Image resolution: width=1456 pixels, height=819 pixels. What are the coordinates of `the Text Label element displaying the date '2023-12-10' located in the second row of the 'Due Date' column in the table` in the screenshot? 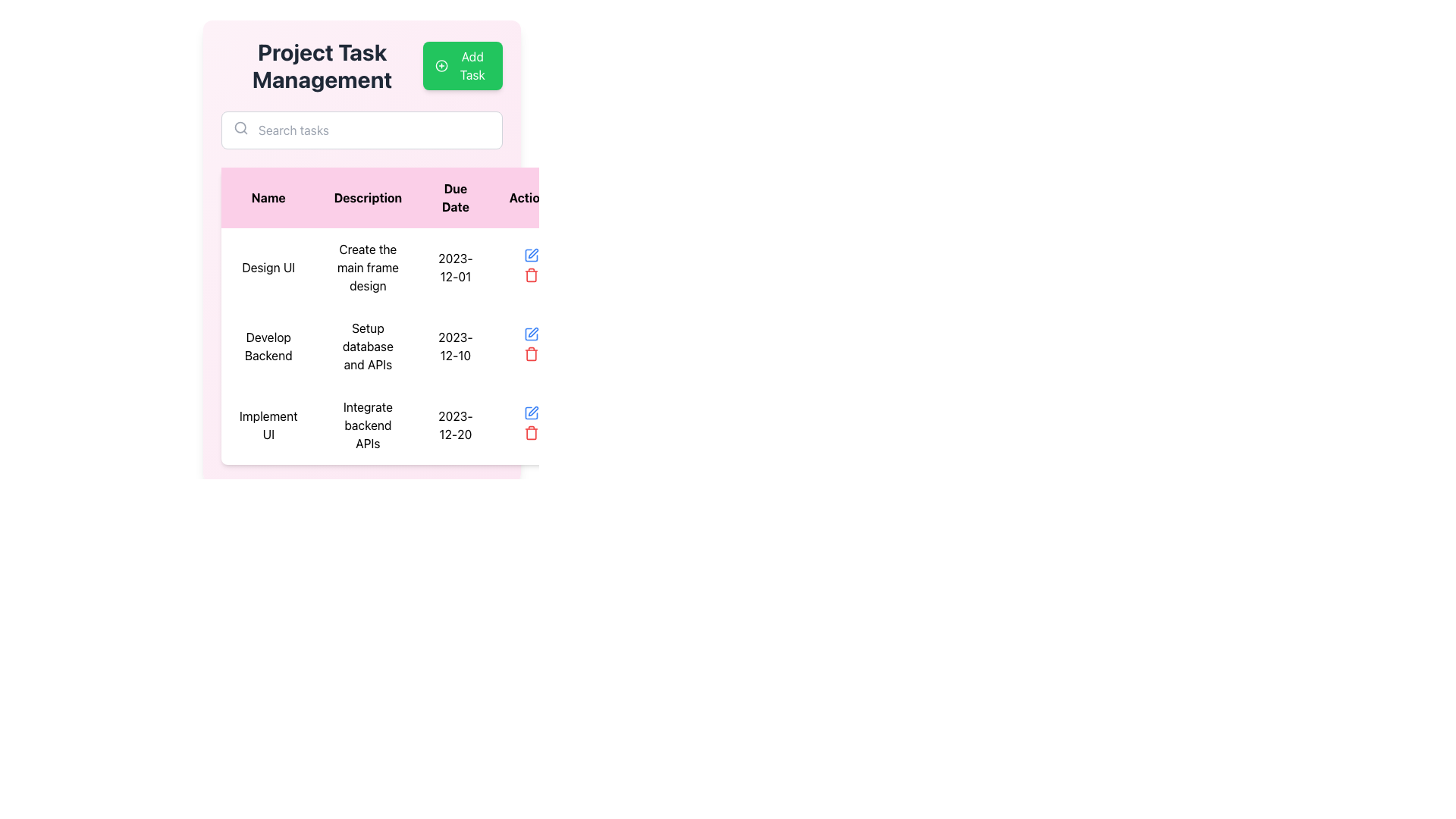 It's located at (454, 346).